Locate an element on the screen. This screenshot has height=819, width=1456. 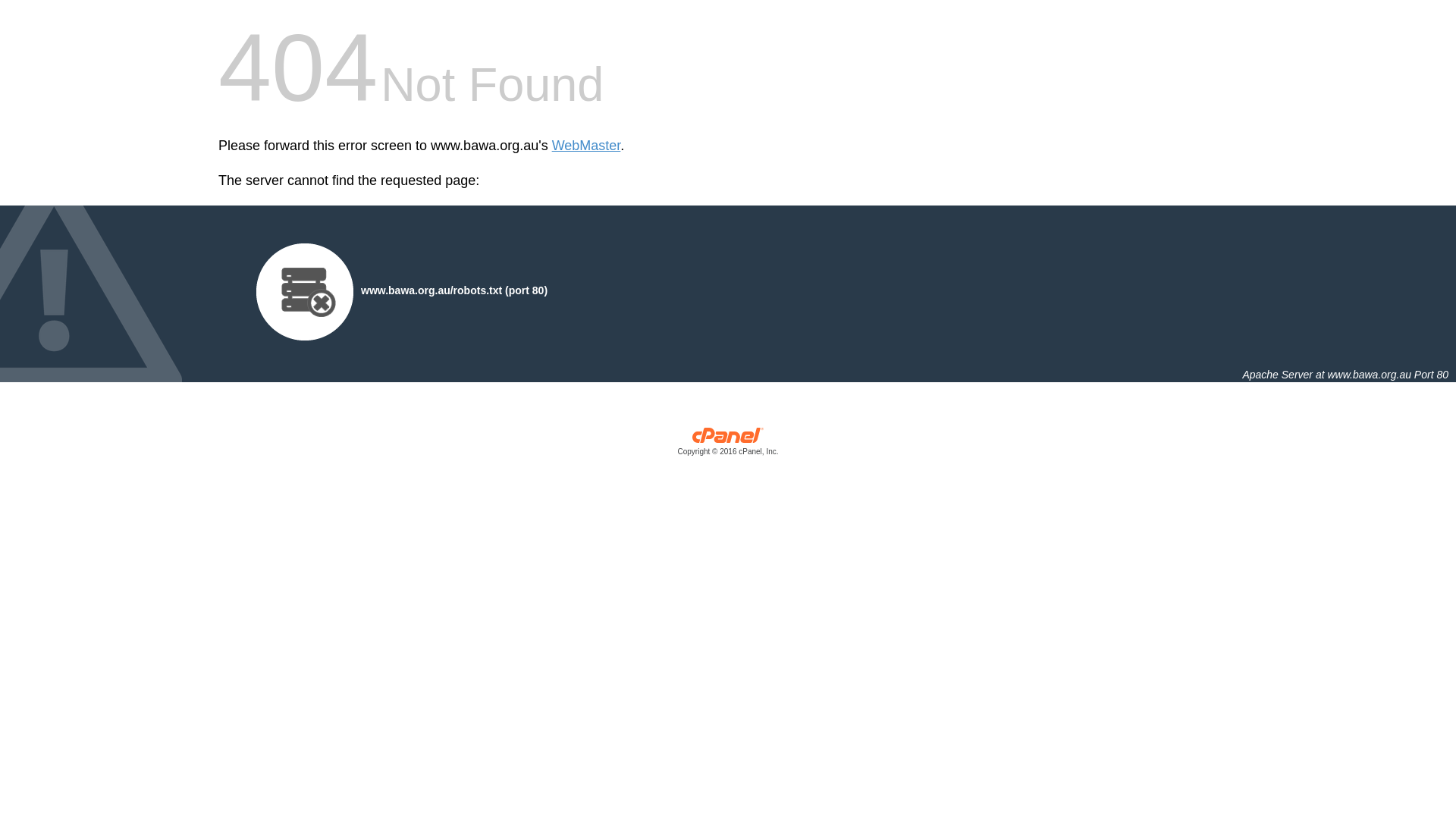
'WebMaster' is located at coordinates (585, 146).